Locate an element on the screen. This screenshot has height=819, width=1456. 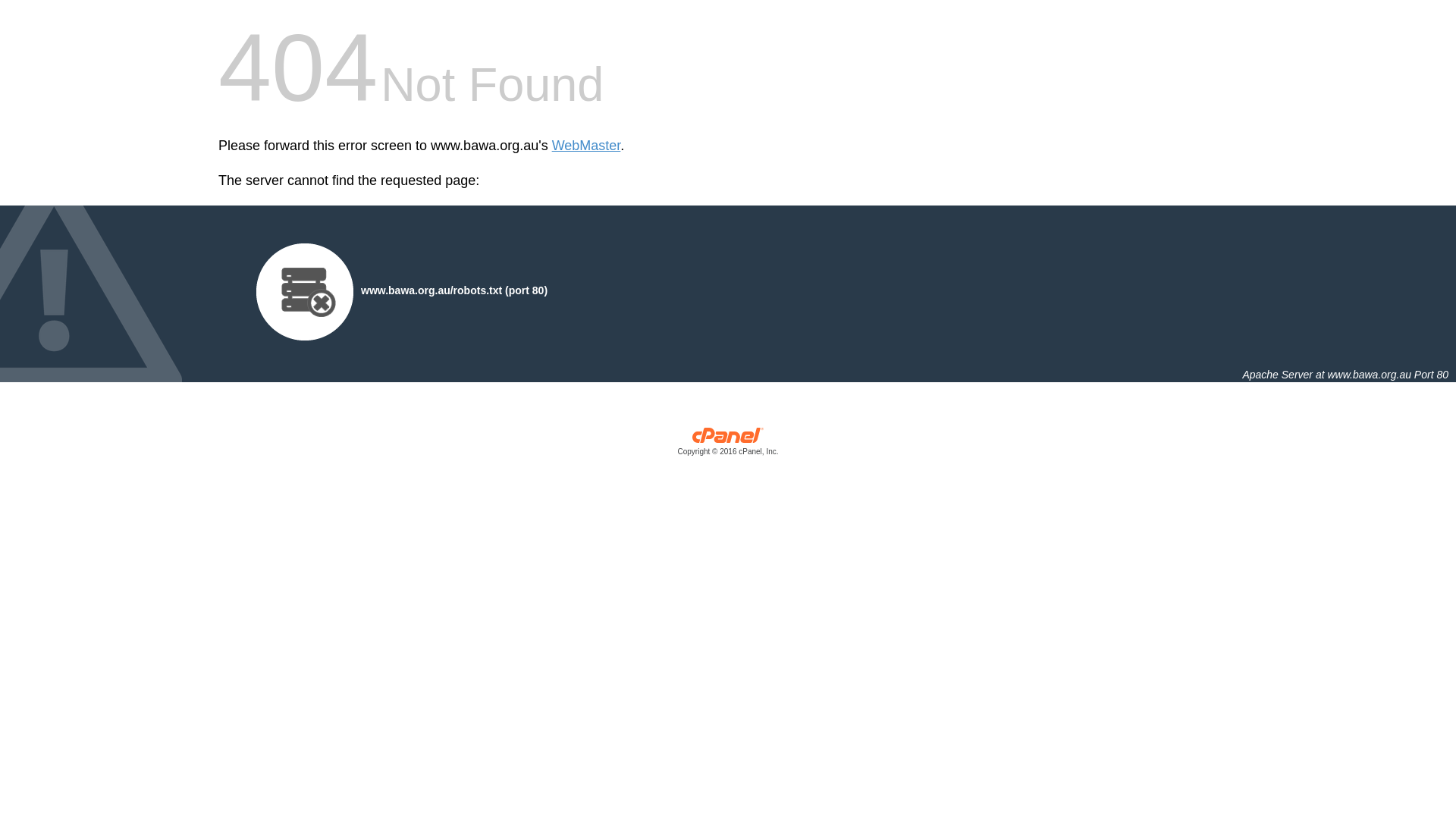
'WebMaster' is located at coordinates (585, 146).